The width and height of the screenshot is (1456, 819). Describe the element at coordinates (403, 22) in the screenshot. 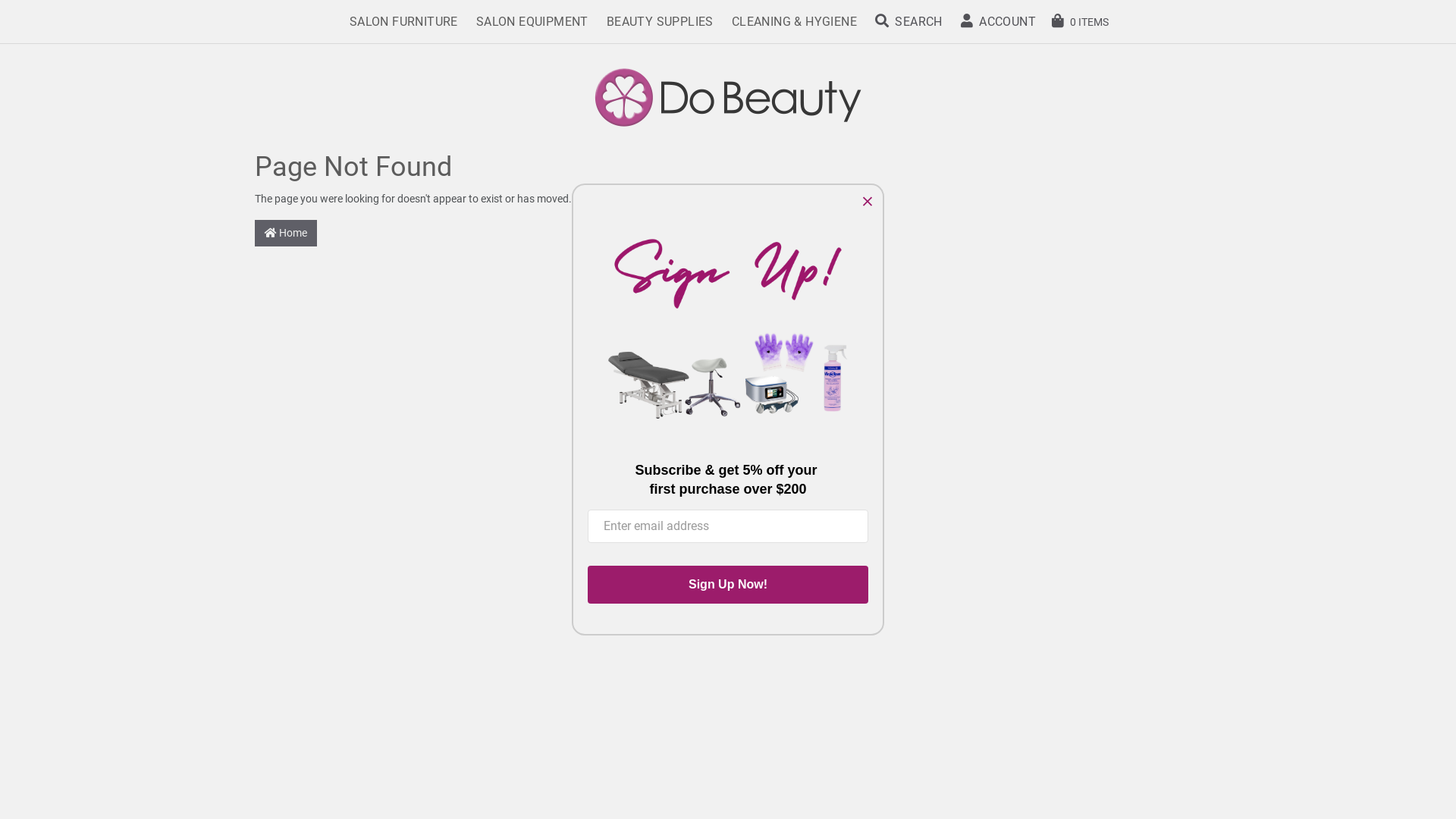

I see `'SALON FURNITURE'` at that location.